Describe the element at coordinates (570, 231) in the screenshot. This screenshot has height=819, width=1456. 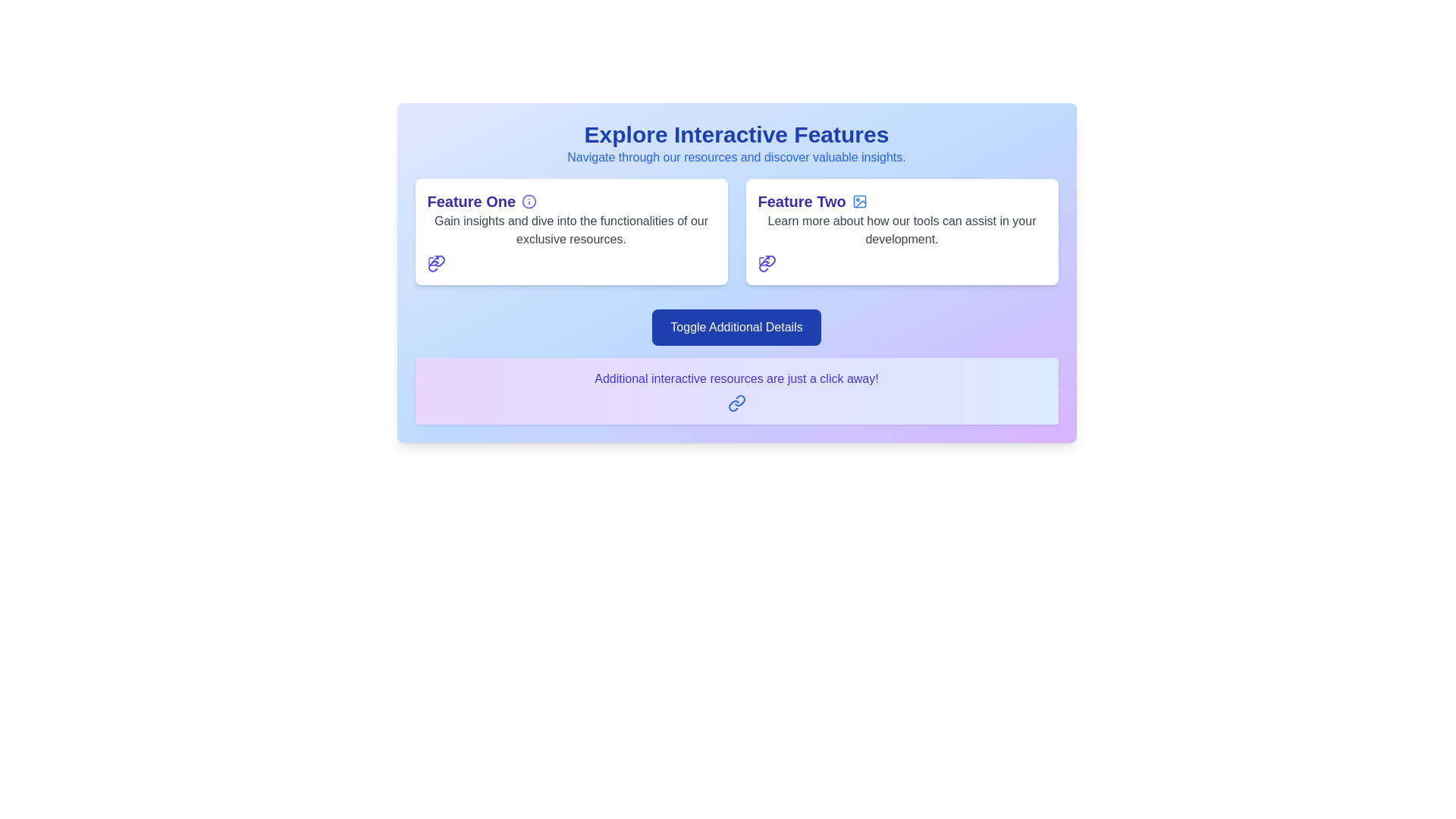
I see `the explanatory text located in the first card under the title 'Feature One', which describes the features or benefits associated with this section` at that location.